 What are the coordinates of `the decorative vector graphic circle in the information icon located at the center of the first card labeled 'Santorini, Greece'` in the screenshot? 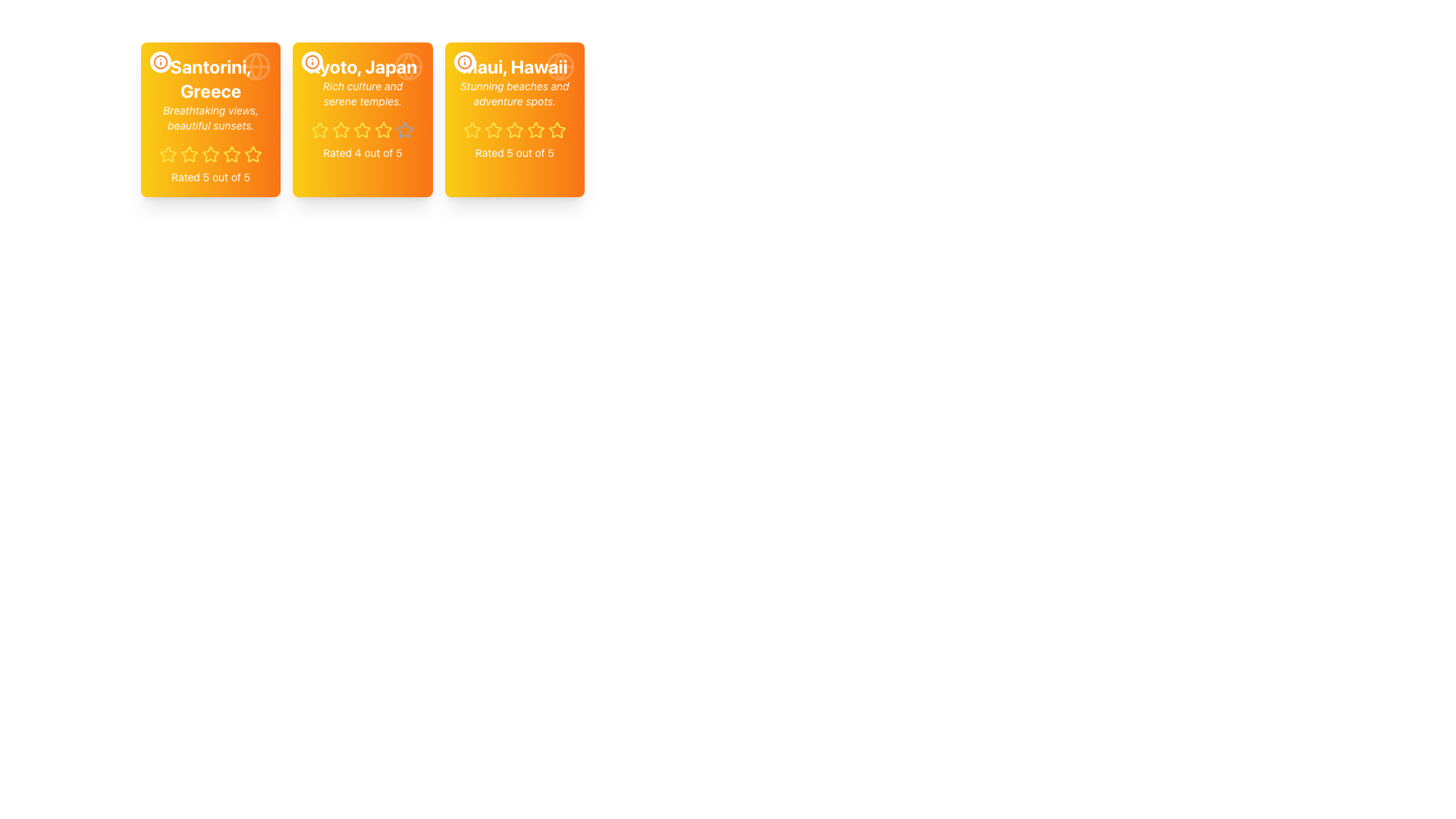 It's located at (160, 61).